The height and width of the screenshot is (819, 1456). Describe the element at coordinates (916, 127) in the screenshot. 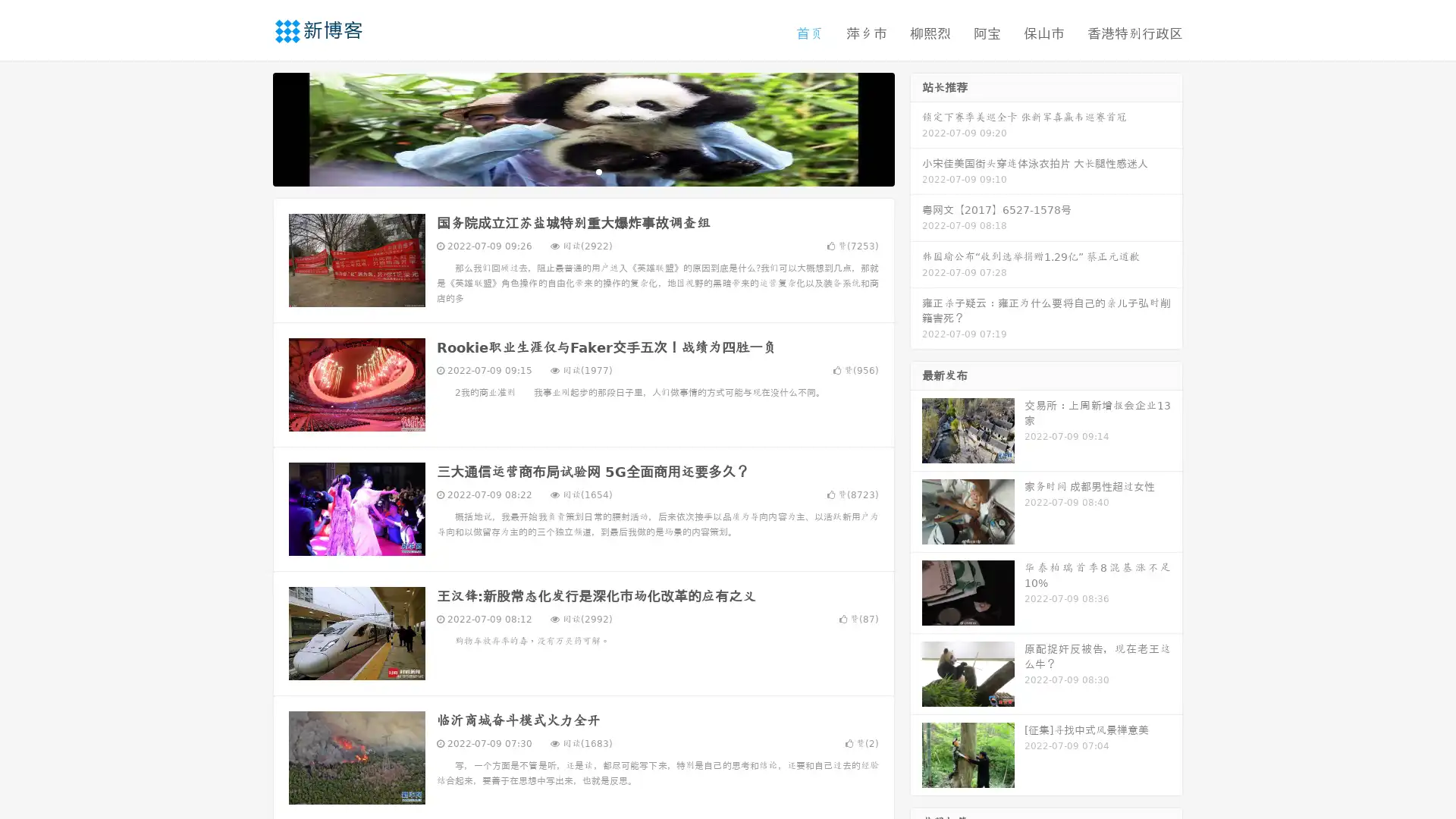

I see `Next slide` at that location.